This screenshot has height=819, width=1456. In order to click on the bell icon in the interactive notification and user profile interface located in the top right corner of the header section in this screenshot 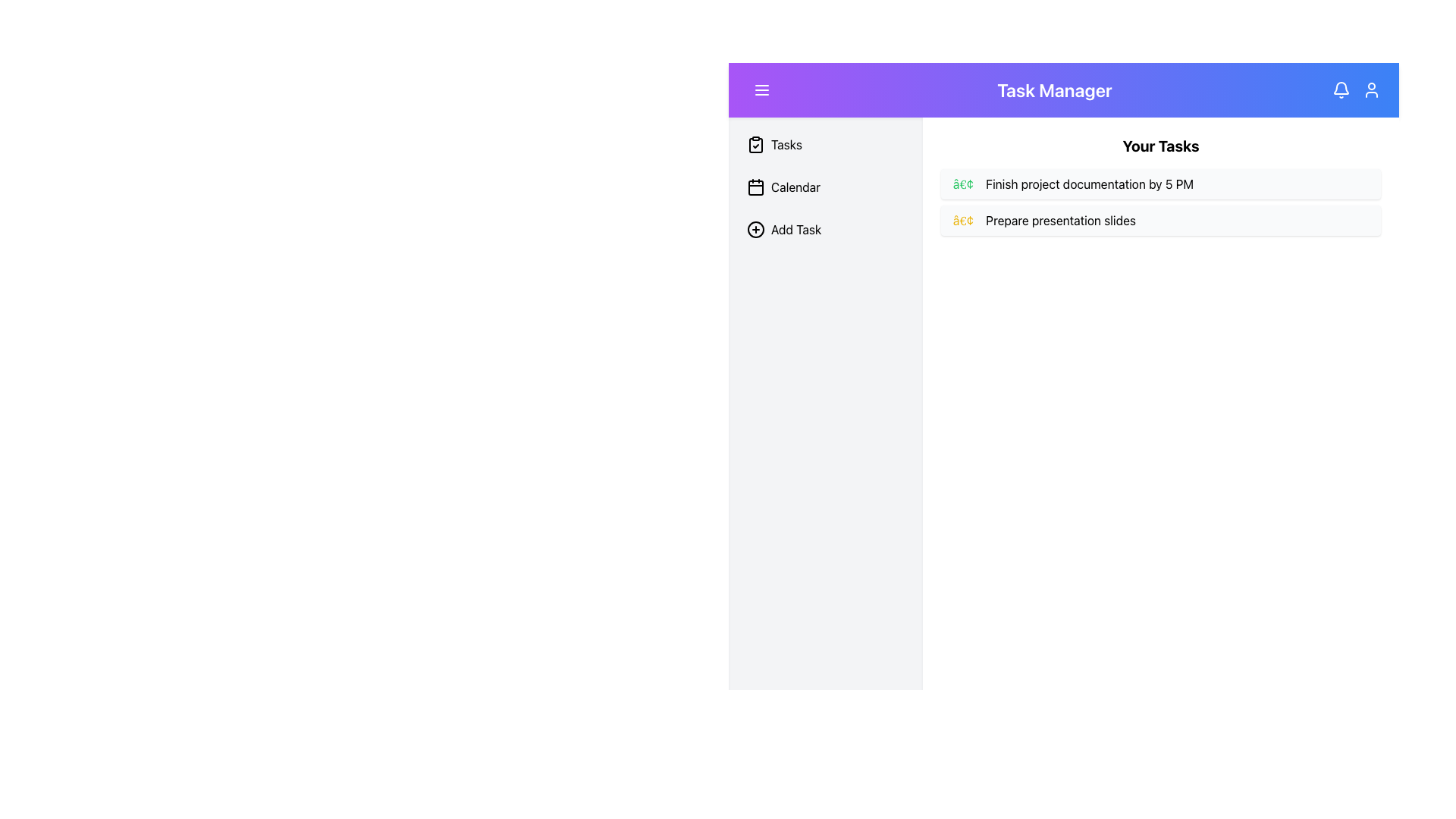, I will do `click(1357, 90)`.